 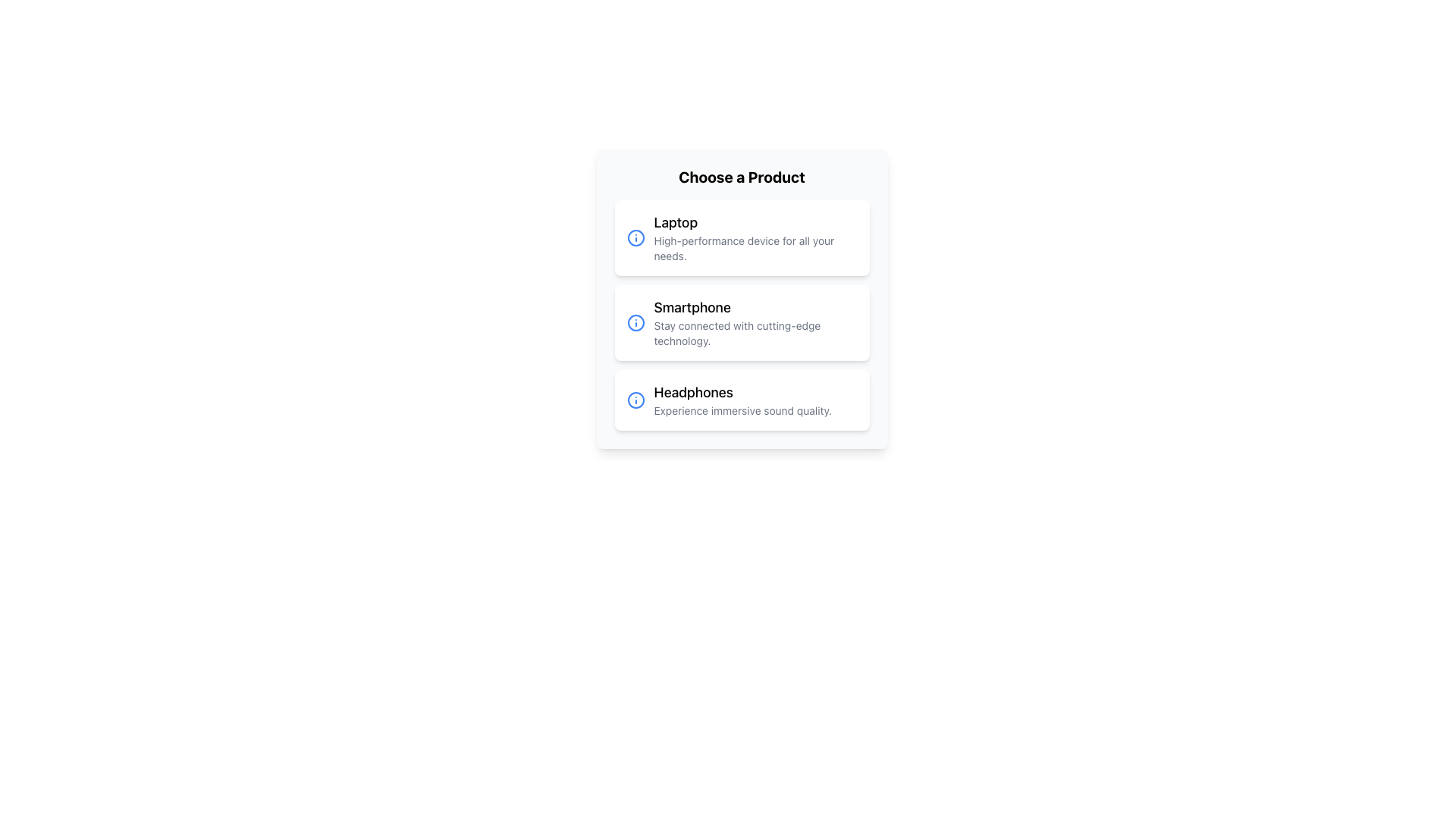 What do you see at coordinates (755, 247) in the screenshot?
I see `the detailed description text element located below the 'Laptop' title within the first card of the 'Choose a Product' section` at bounding box center [755, 247].